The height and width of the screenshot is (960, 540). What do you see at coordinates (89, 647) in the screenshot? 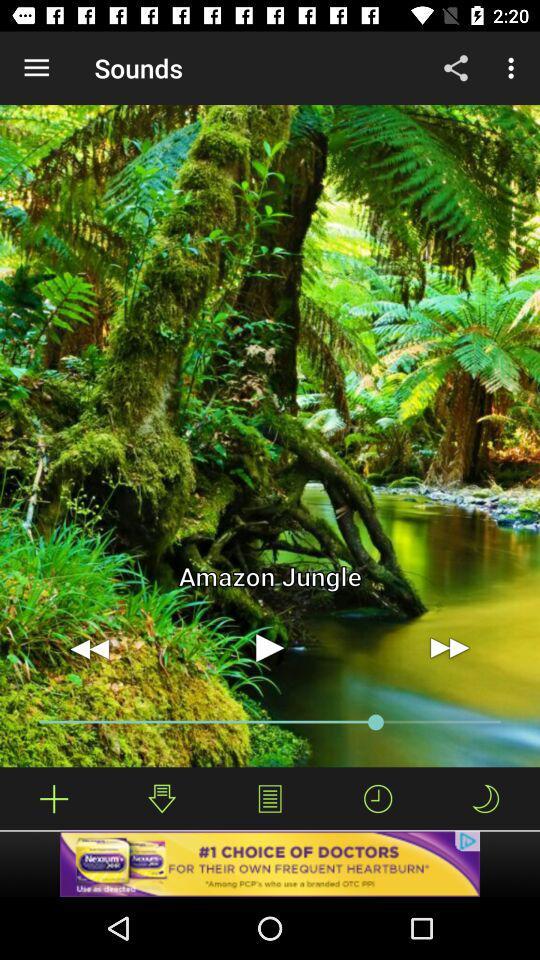
I see `rewind` at bounding box center [89, 647].